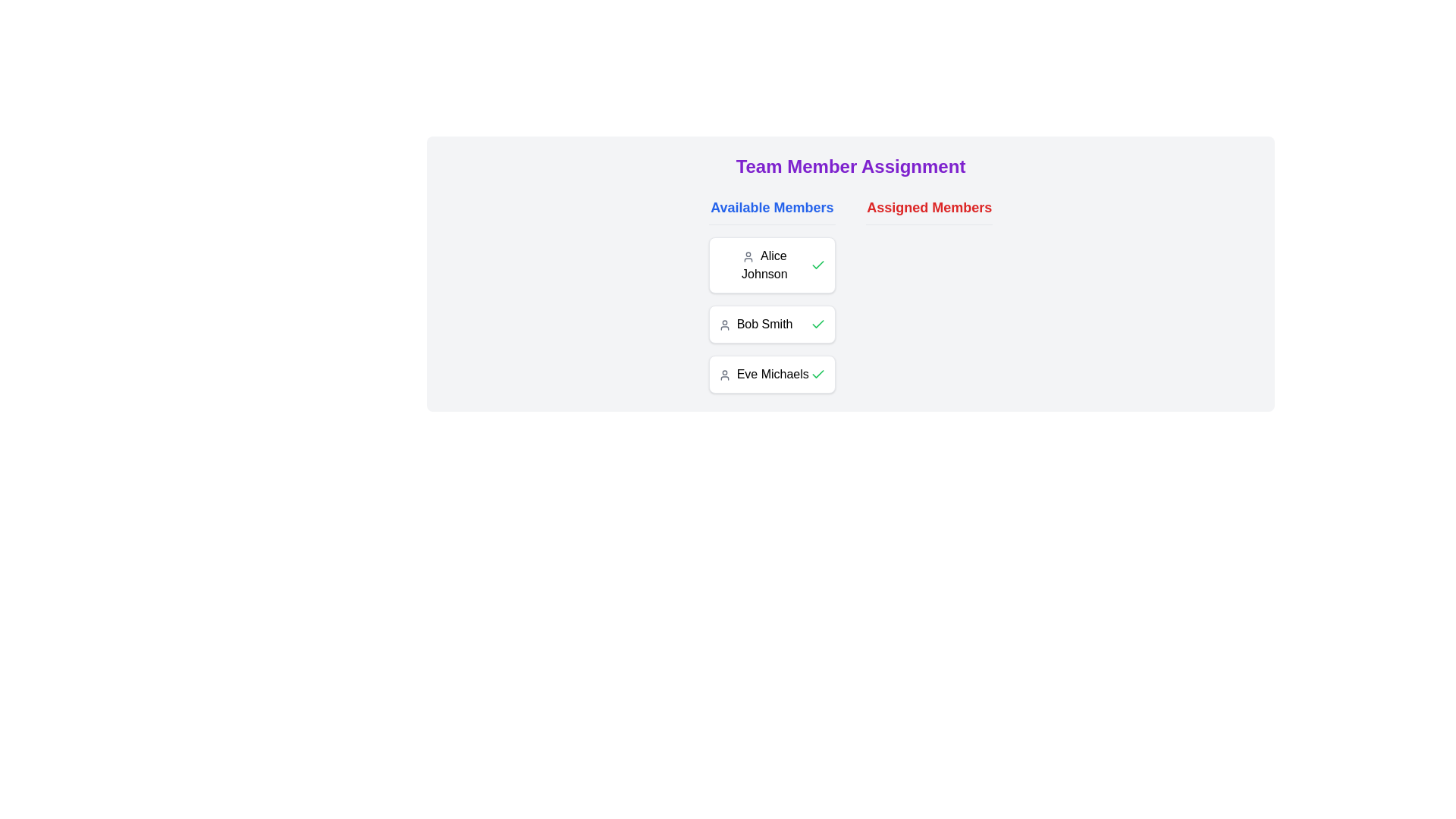 The image size is (1456, 819). Describe the element at coordinates (773, 374) in the screenshot. I see `the text label displaying the name 'Eve Michaels', which is the last item in the 'Available Members' list` at that location.